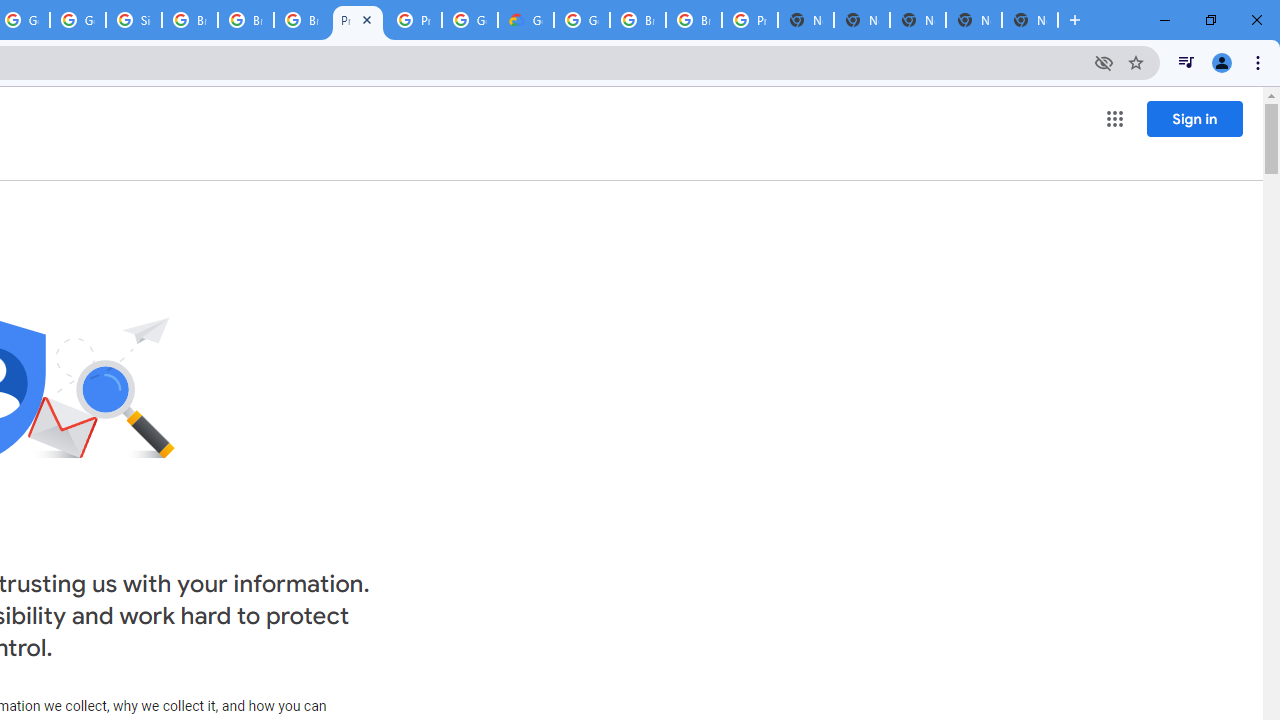 Image resolution: width=1280 pixels, height=720 pixels. What do you see at coordinates (1194, 118) in the screenshot?
I see `'Sign in'` at bounding box center [1194, 118].